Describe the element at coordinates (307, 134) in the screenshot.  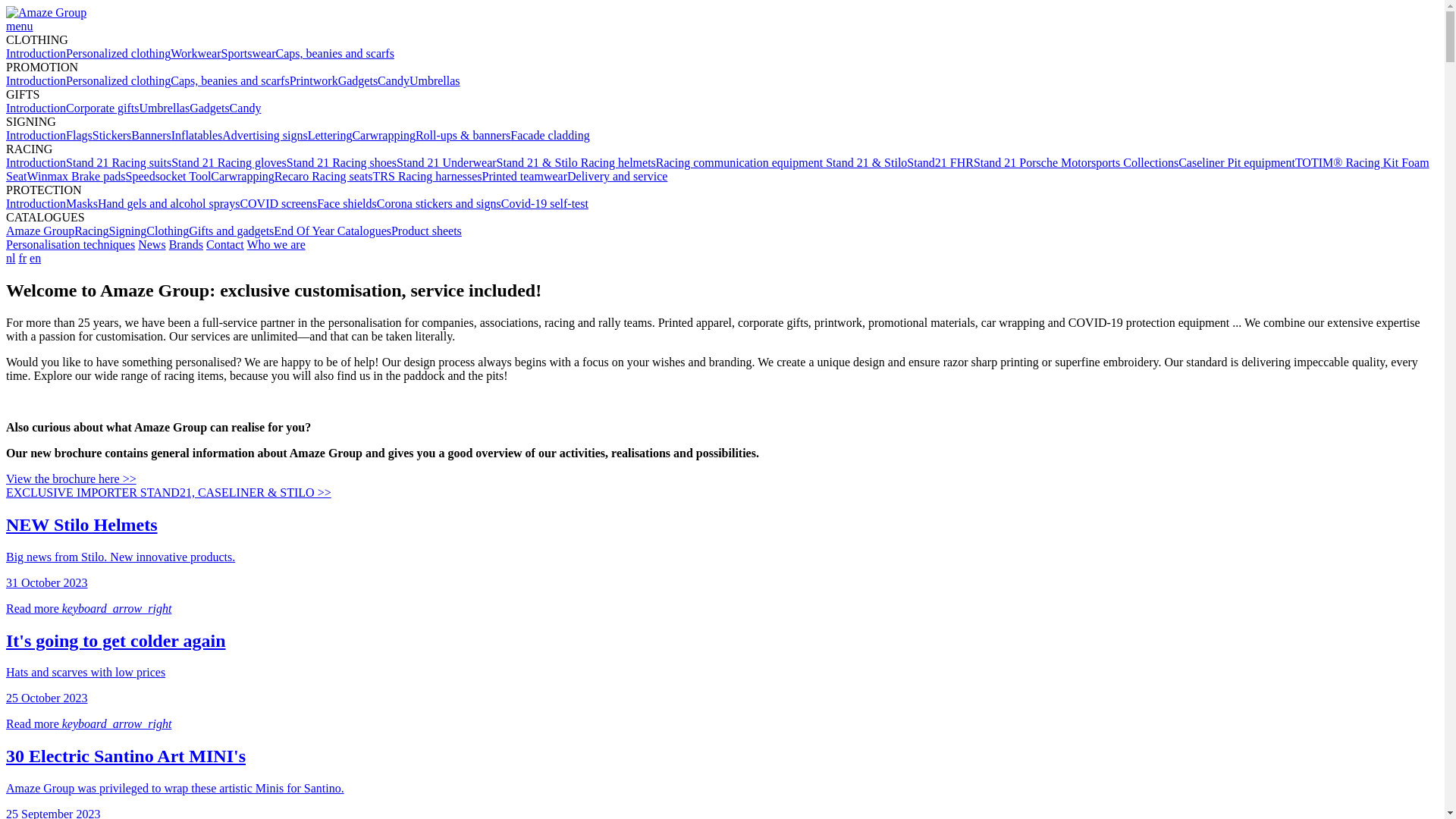
I see `'Lettering'` at that location.